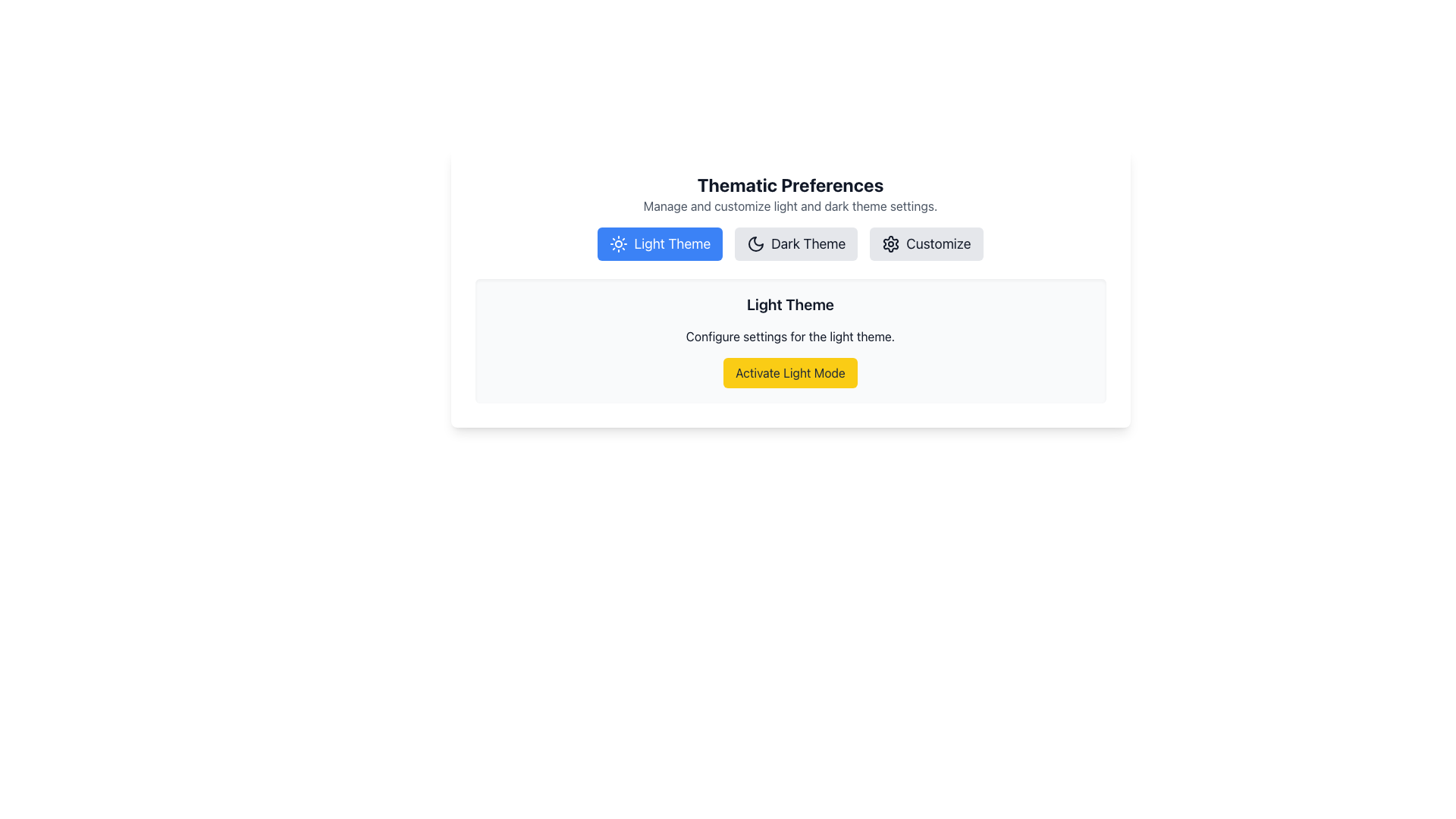 The height and width of the screenshot is (819, 1456). What do you see at coordinates (756, 243) in the screenshot?
I see `the small moon icon with a black outline and transparent fill, located within the 'Dark Theme' button, positioned to the left of the button text` at bounding box center [756, 243].